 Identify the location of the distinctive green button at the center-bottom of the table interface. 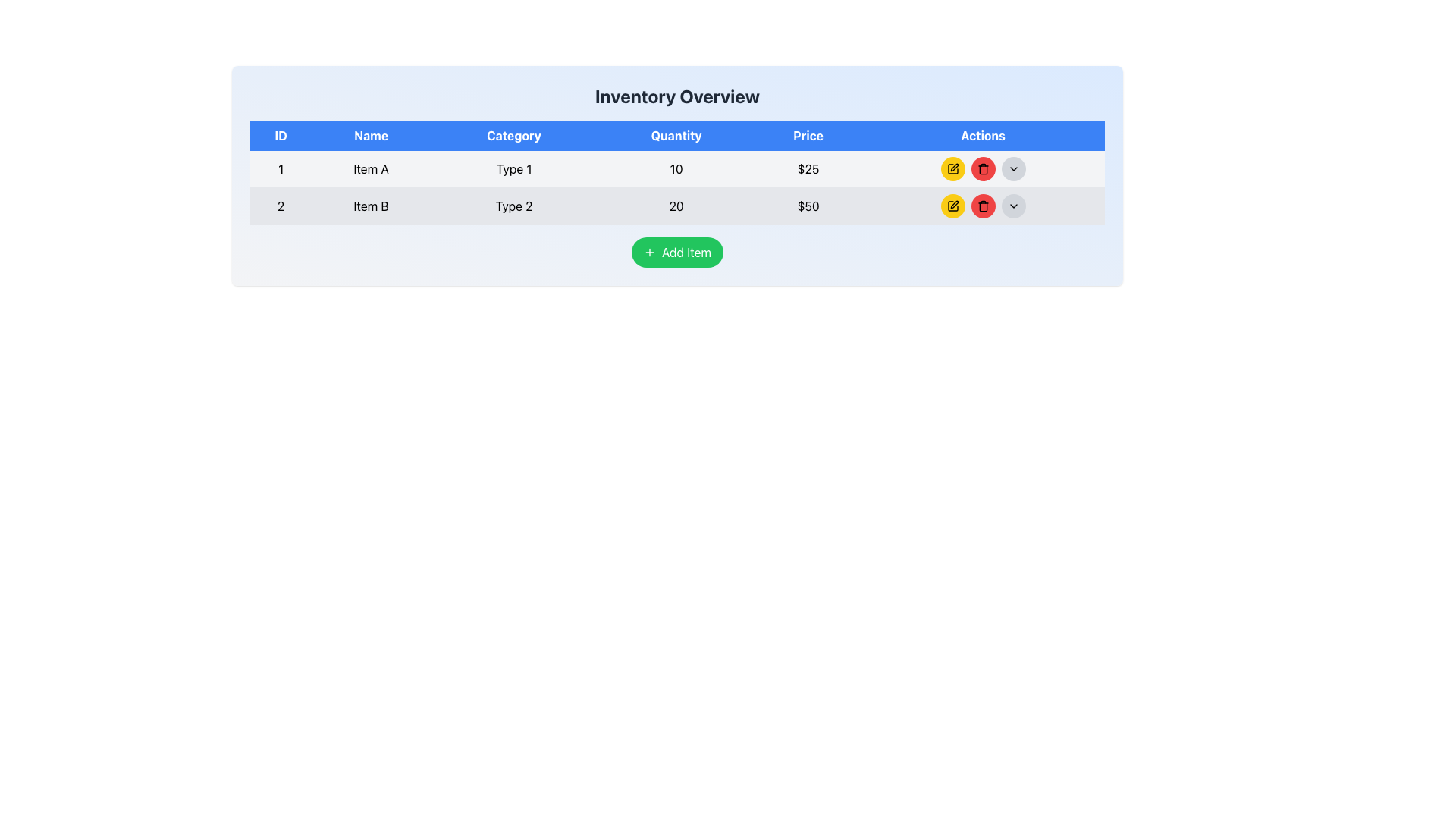
(676, 251).